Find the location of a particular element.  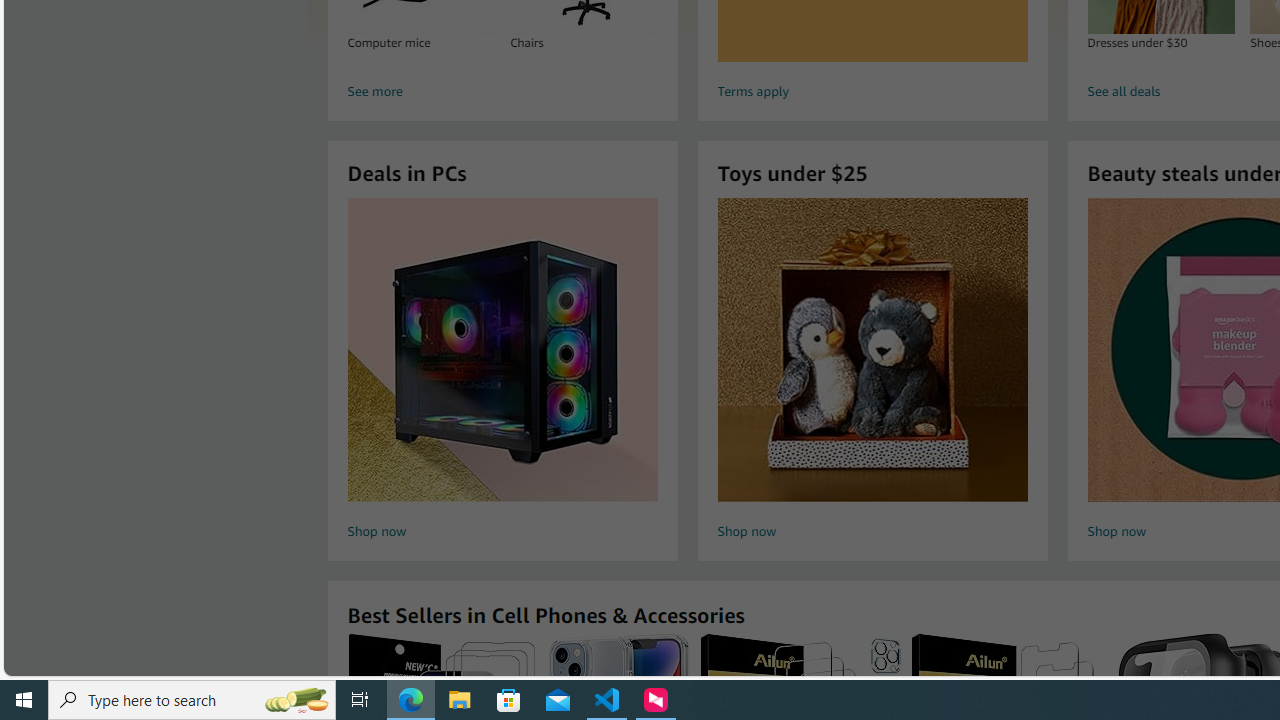

'Toys under $25' is located at coordinates (872, 348).